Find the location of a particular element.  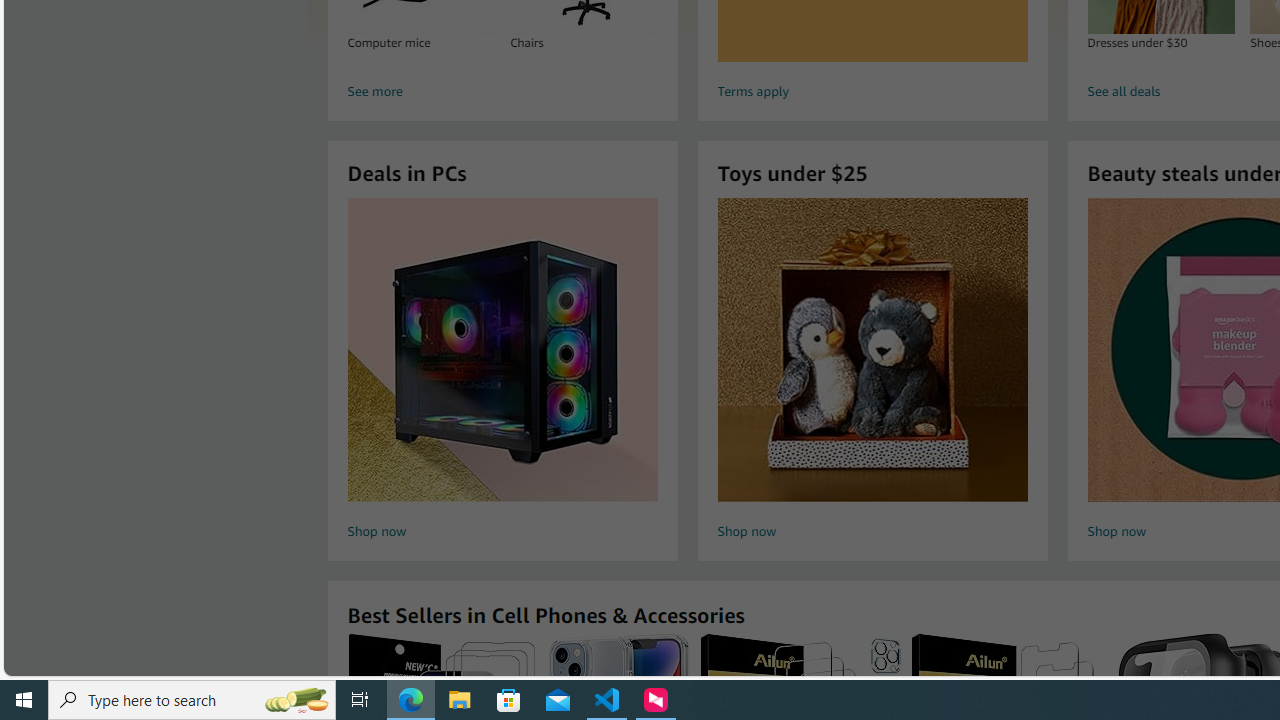

'Toys under $25' is located at coordinates (872, 348).